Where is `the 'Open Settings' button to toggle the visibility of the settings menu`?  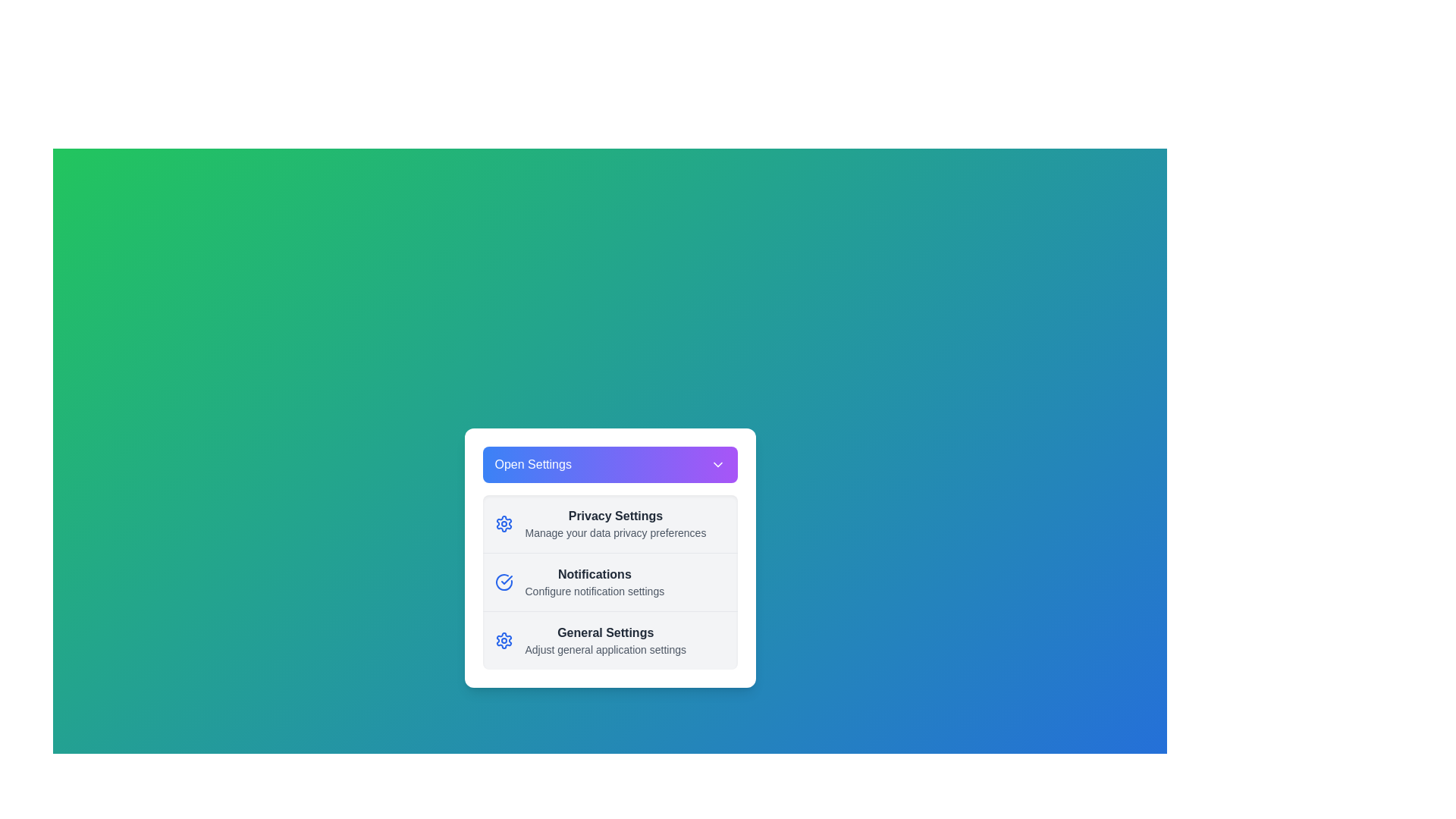
the 'Open Settings' button to toggle the visibility of the settings menu is located at coordinates (610, 464).